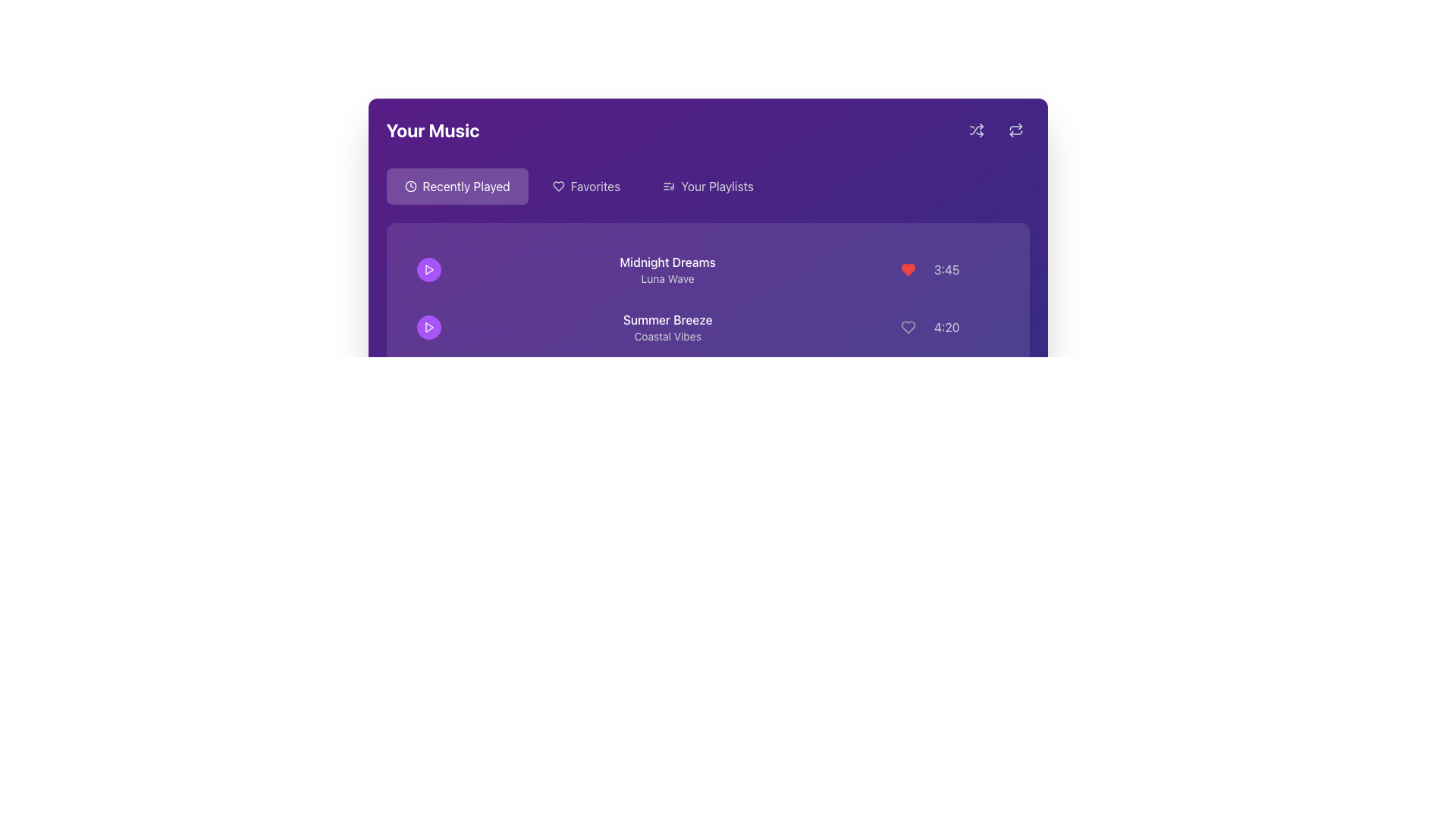  What do you see at coordinates (557, 186) in the screenshot?
I see `the 'Favorites' icon located in the navigation header, positioned between the 'Recently Played' icon and the text 'Favorites' to interact with the favorites section` at bounding box center [557, 186].